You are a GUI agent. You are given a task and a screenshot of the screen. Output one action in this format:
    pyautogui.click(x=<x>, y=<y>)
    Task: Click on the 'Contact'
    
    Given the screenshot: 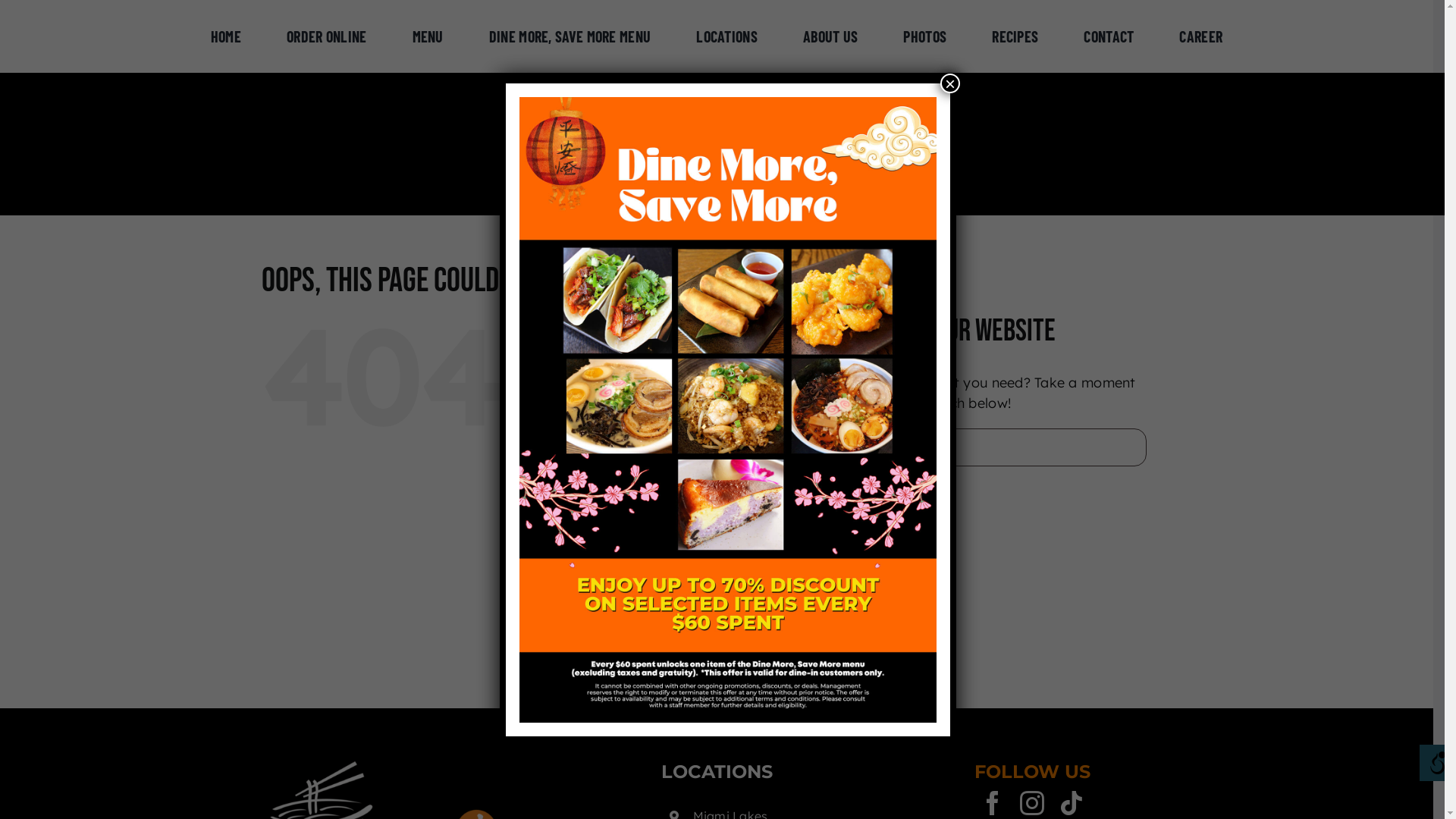 What is the action you would take?
    pyautogui.click(x=660, y=619)
    